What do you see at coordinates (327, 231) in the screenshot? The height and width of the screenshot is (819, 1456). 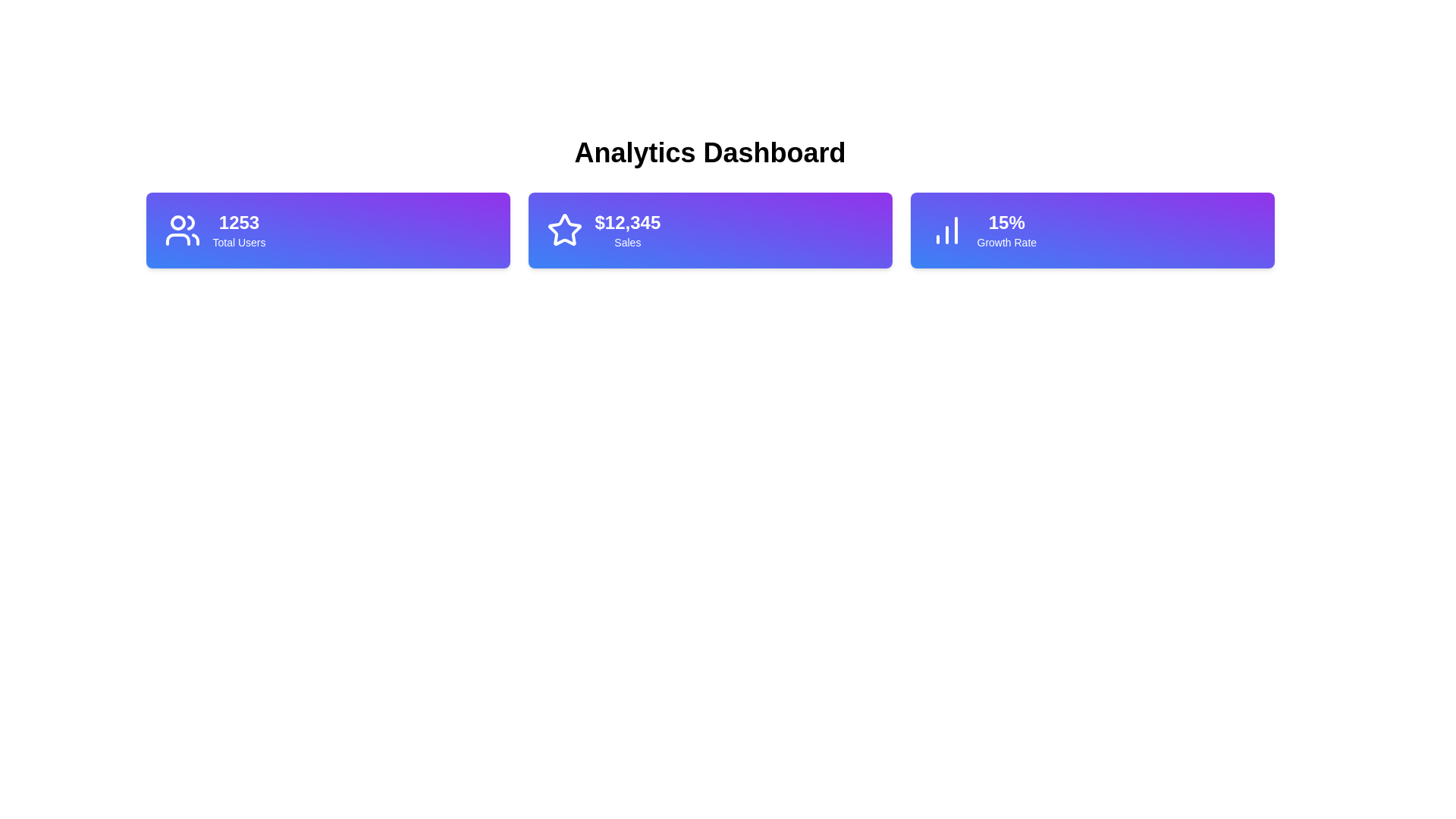 I see `metrics card displaying '1253 Total Users', which is the first in a row of three cards on the left side of the 'Analytics Dashboard'` at bounding box center [327, 231].